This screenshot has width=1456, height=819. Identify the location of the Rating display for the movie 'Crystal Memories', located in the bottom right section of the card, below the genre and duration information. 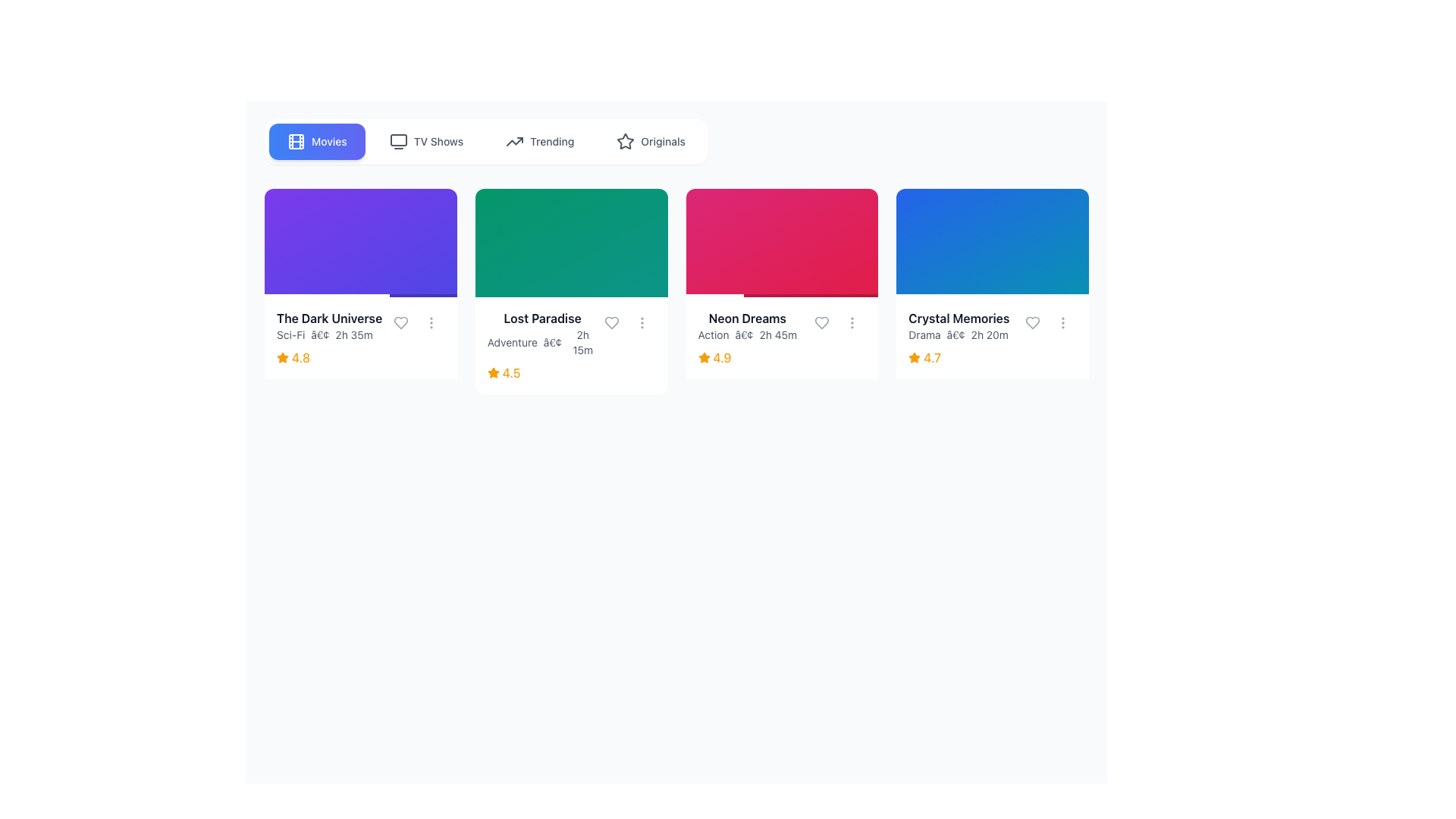
(993, 357).